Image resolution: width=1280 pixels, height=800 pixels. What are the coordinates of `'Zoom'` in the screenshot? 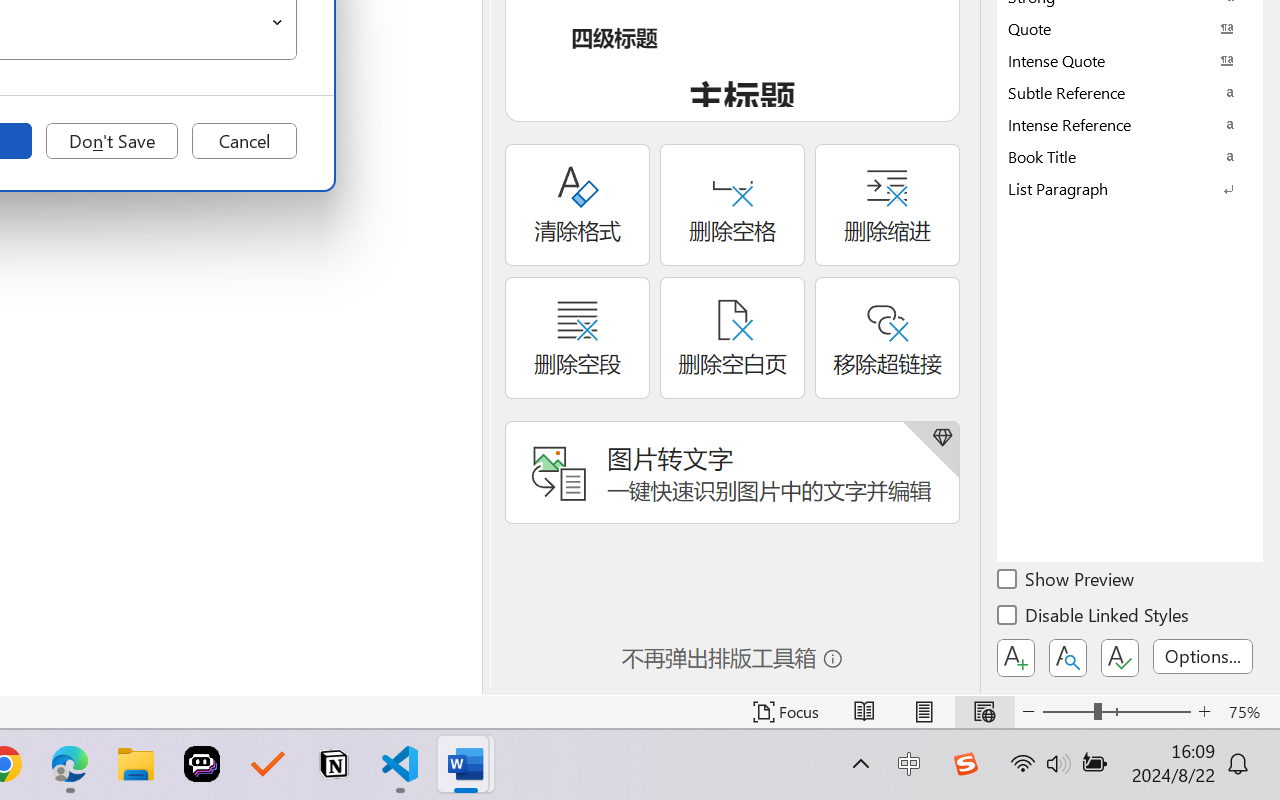 It's located at (1115, 711).